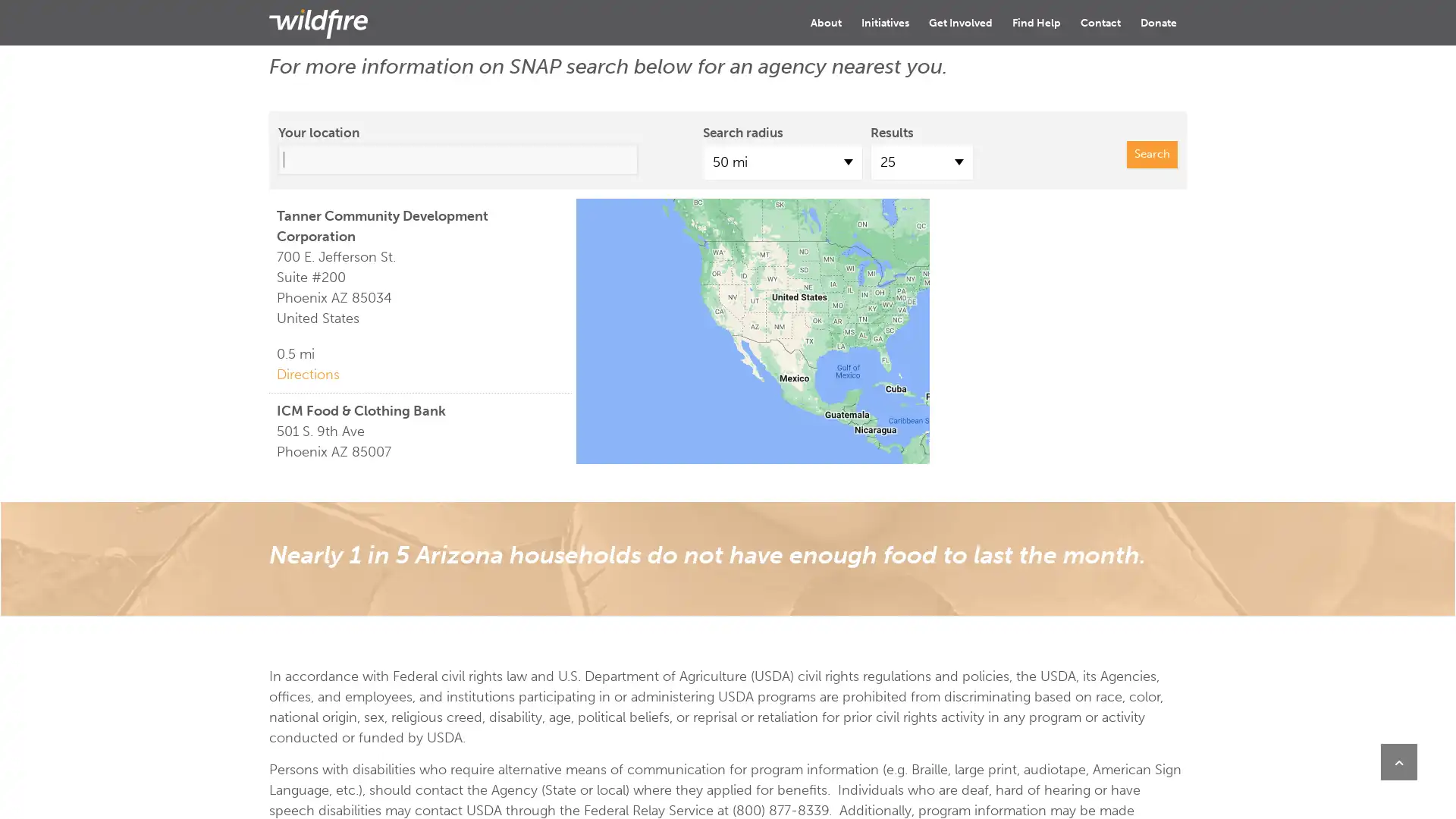  I want to click on Father Matters  Vivre, so click(852, 282).